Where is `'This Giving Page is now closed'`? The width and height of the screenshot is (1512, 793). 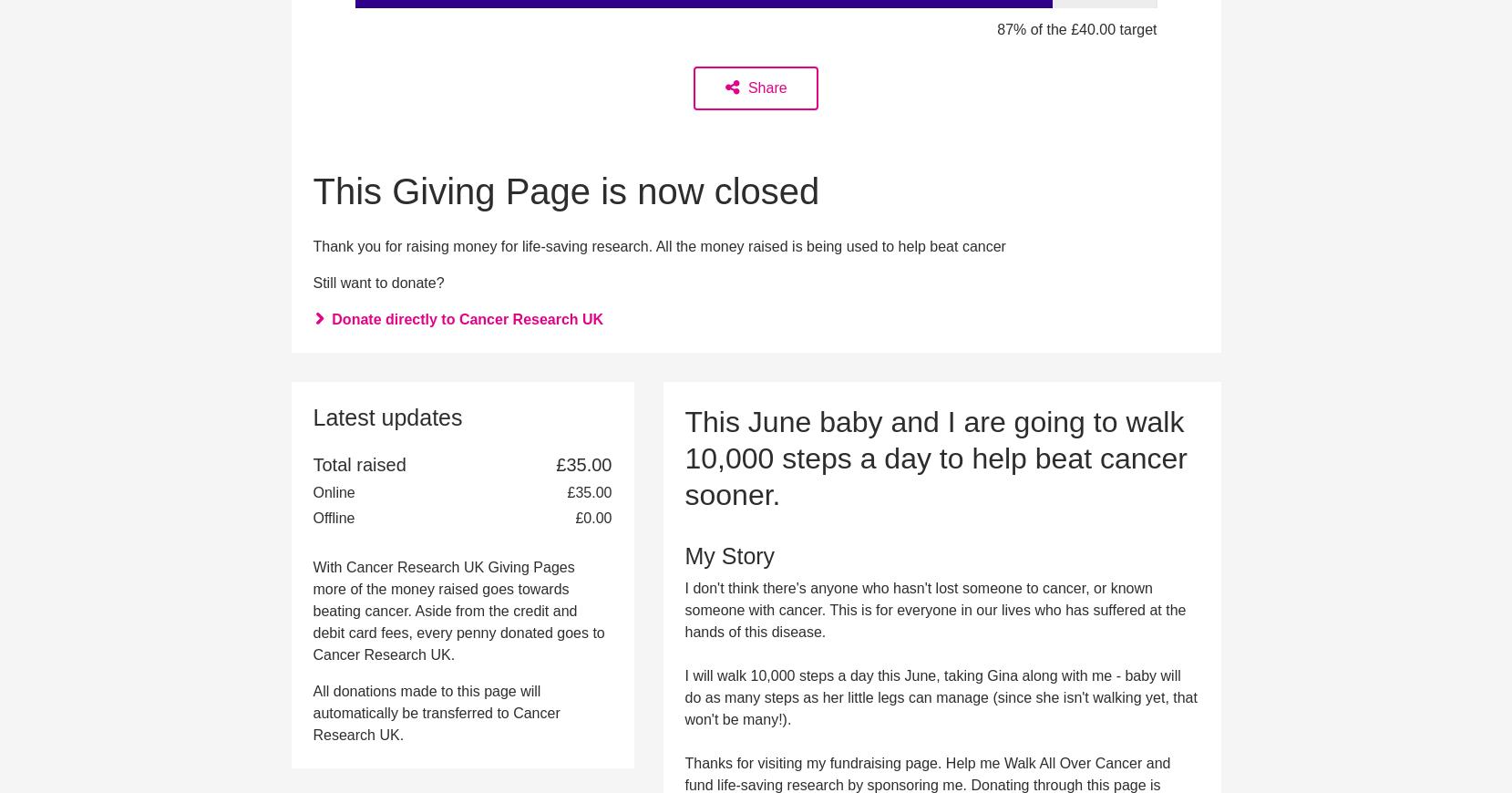
'This Giving Page is now closed' is located at coordinates (312, 189).